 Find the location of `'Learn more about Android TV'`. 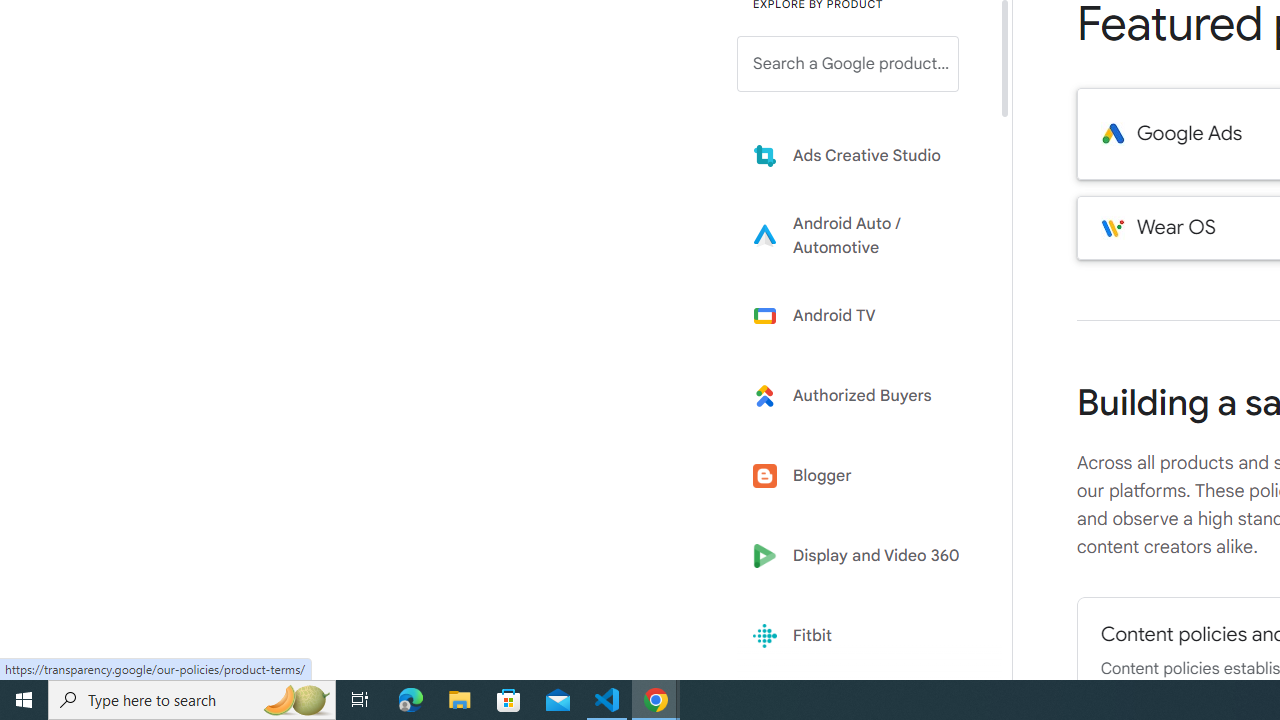

'Learn more about Android TV' is located at coordinates (862, 315).